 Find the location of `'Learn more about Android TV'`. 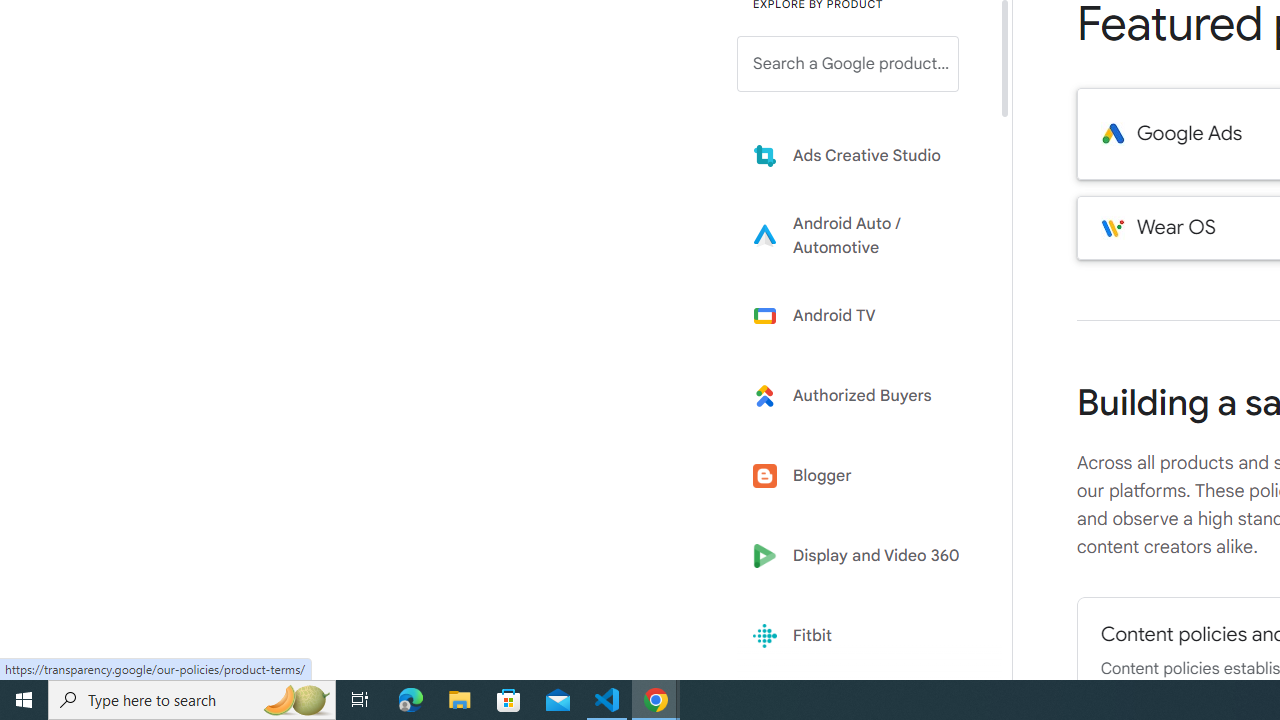

'Learn more about Android TV' is located at coordinates (862, 315).